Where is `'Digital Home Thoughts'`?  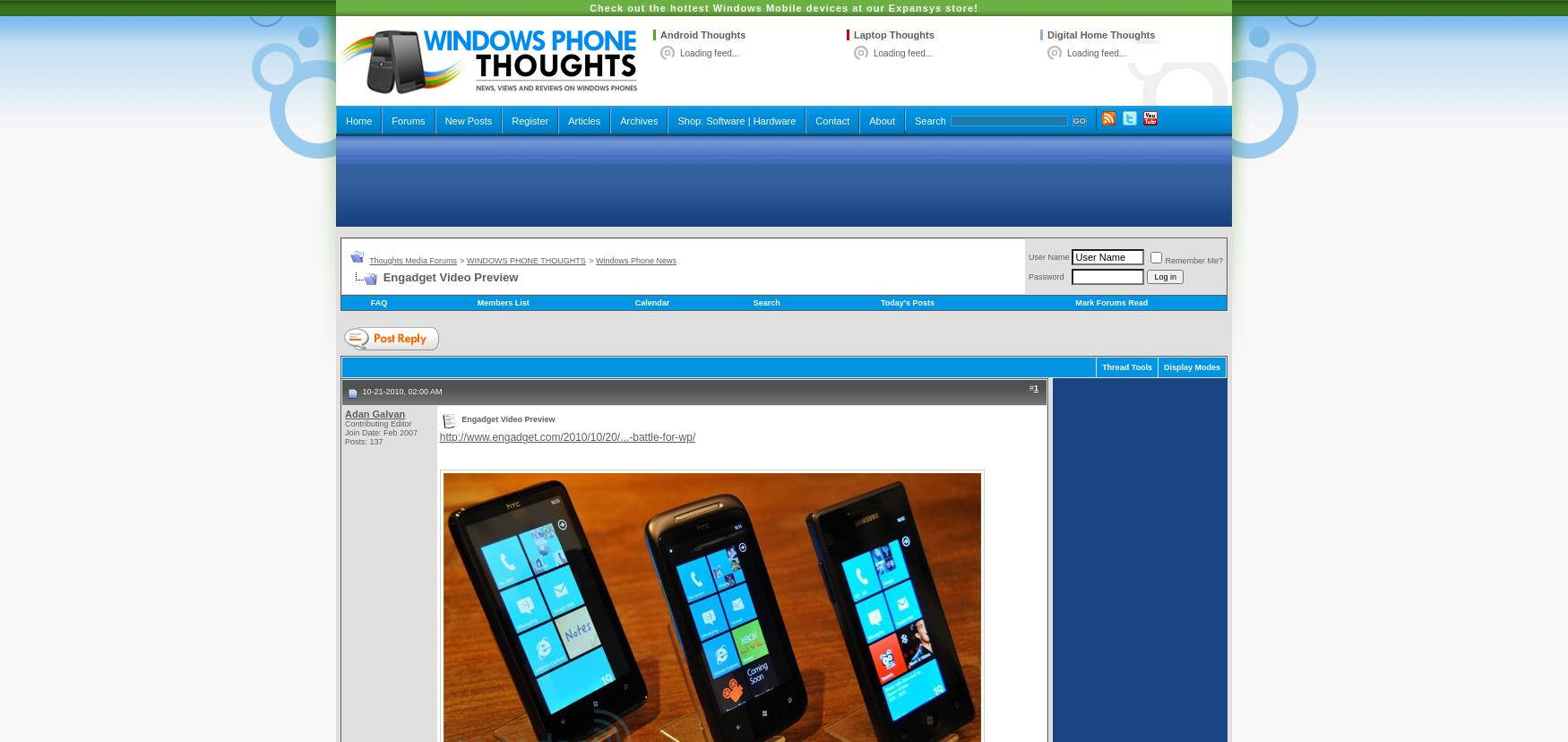 'Digital Home Thoughts' is located at coordinates (1101, 33).